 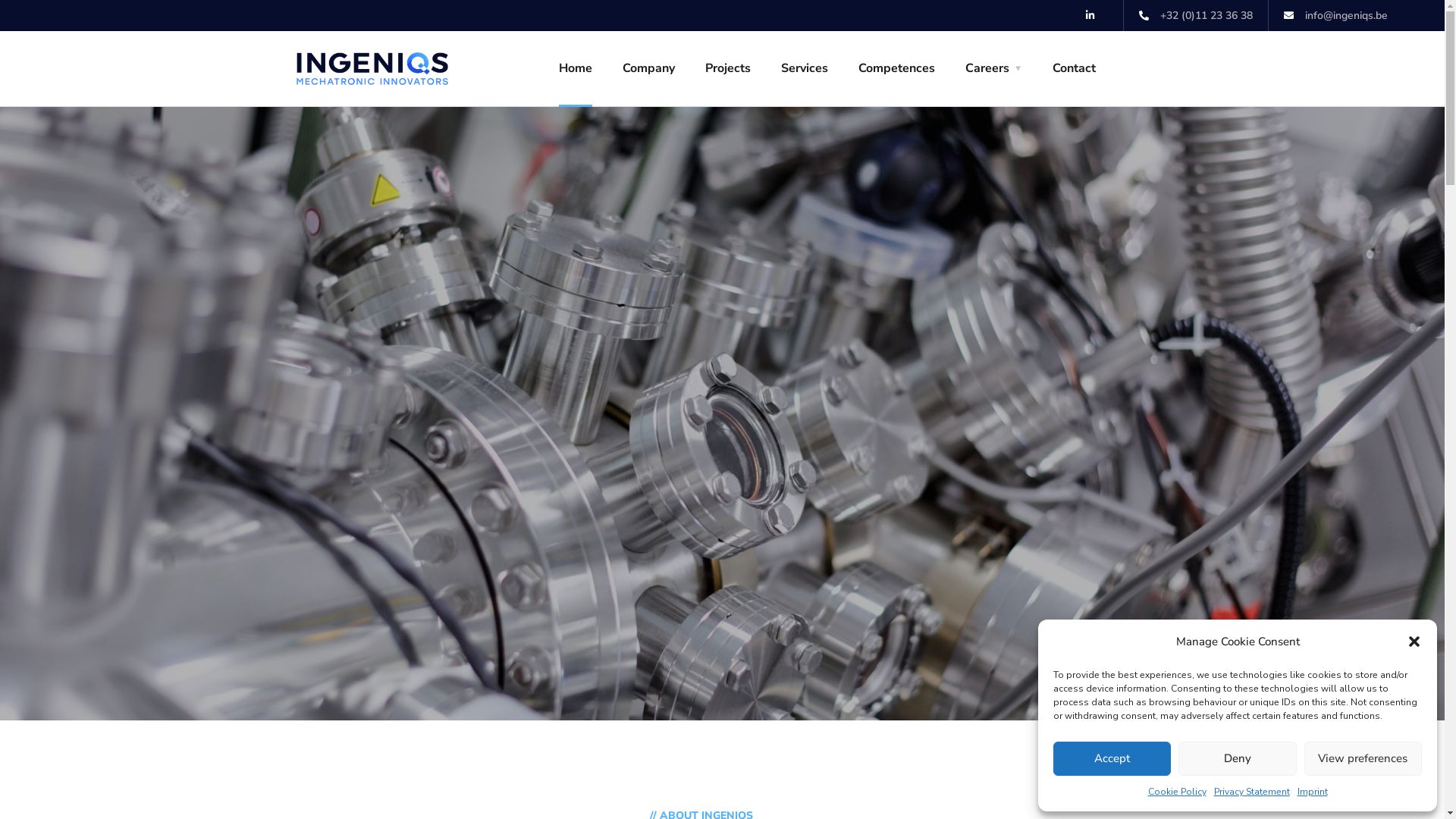 What do you see at coordinates (1052, 758) in the screenshot?
I see `'Accept'` at bounding box center [1052, 758].